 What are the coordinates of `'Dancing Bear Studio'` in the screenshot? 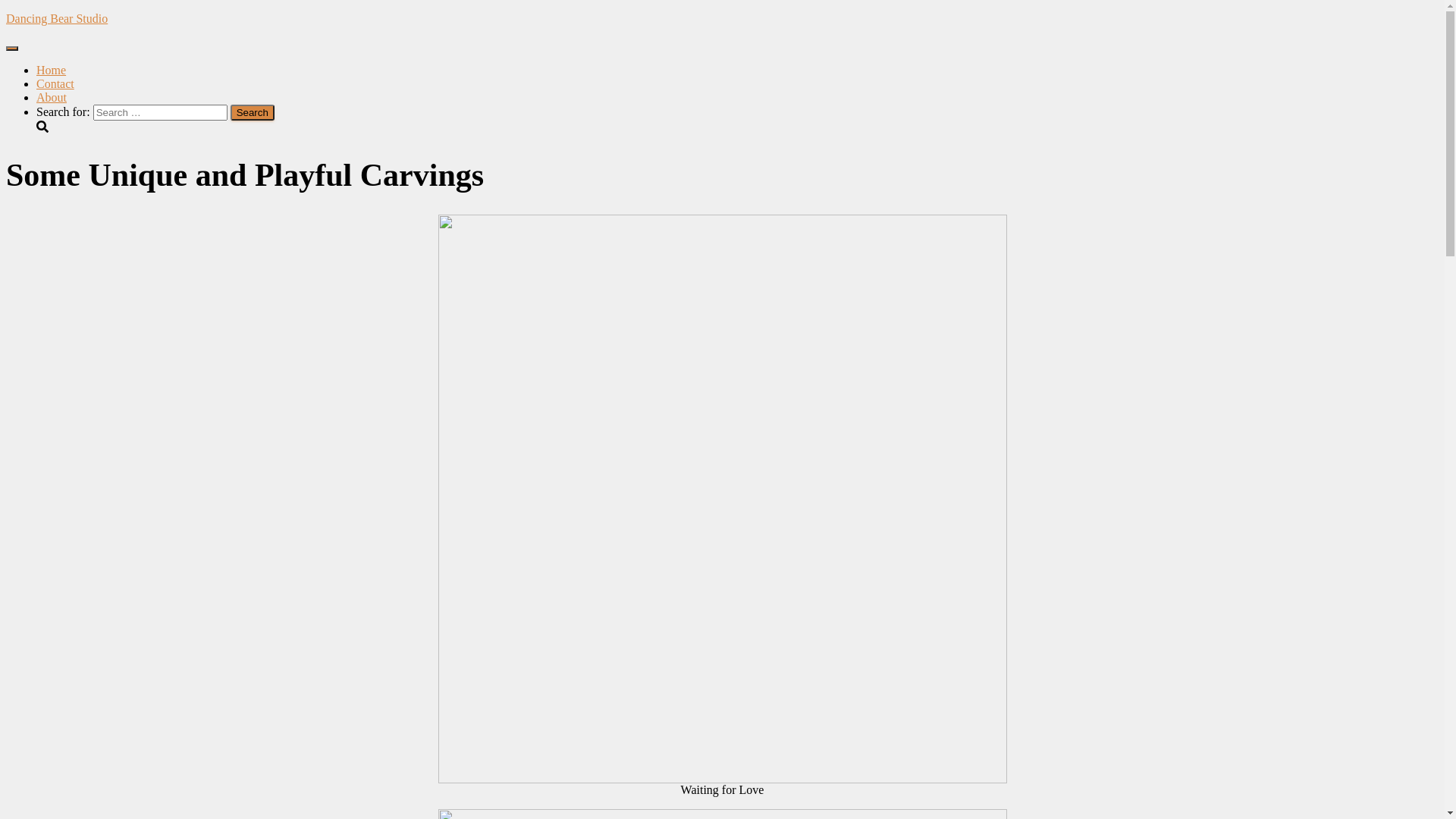 It's located at (721, 18).